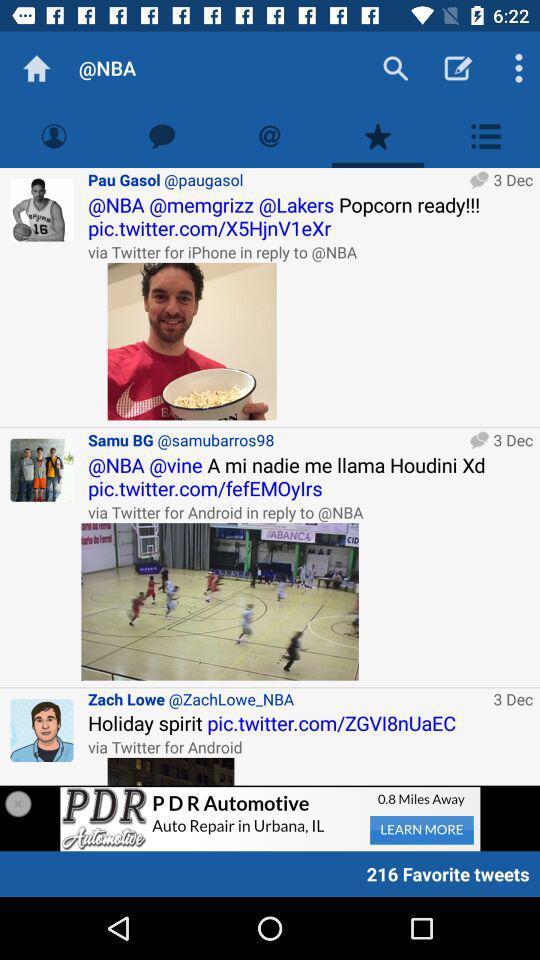  Describe the element at coordinates (54, 135) in the screenshot. I see `profile page` at that location.